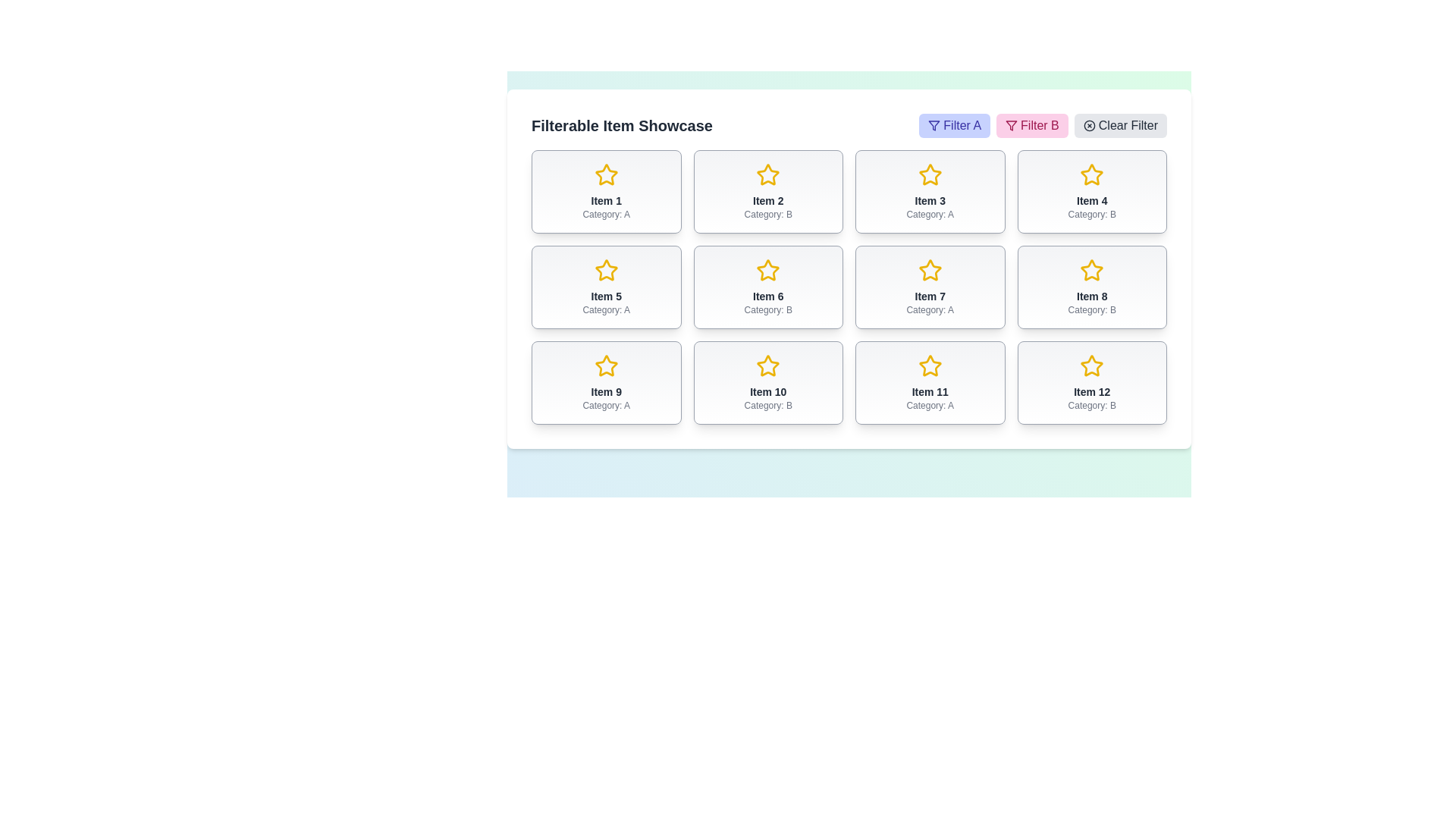 The height and width of the screenshot is (819, 1456). Describe the element at coordinates (605, 391) in the screenshot. I see `text label displaying 'Item 9', which is centrally aligned within its card and has a bold, medium-sized font in dark gray color` at that location.